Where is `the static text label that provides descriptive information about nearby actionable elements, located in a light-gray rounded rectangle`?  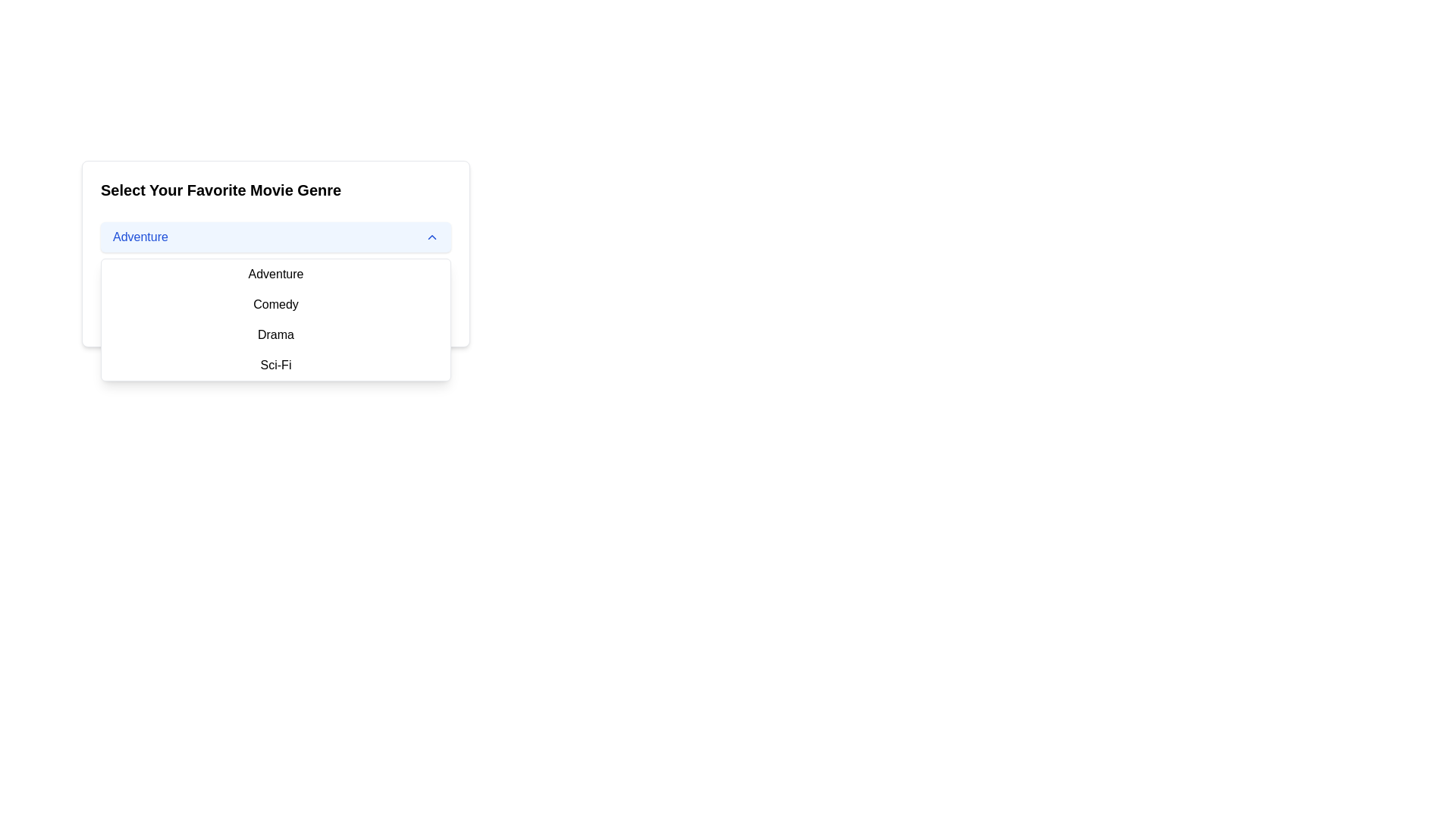 the static text label that provides descriptive information about nearby actionable elements, located in a light-gray rounded rectangle is located at coordinates (276, 287).